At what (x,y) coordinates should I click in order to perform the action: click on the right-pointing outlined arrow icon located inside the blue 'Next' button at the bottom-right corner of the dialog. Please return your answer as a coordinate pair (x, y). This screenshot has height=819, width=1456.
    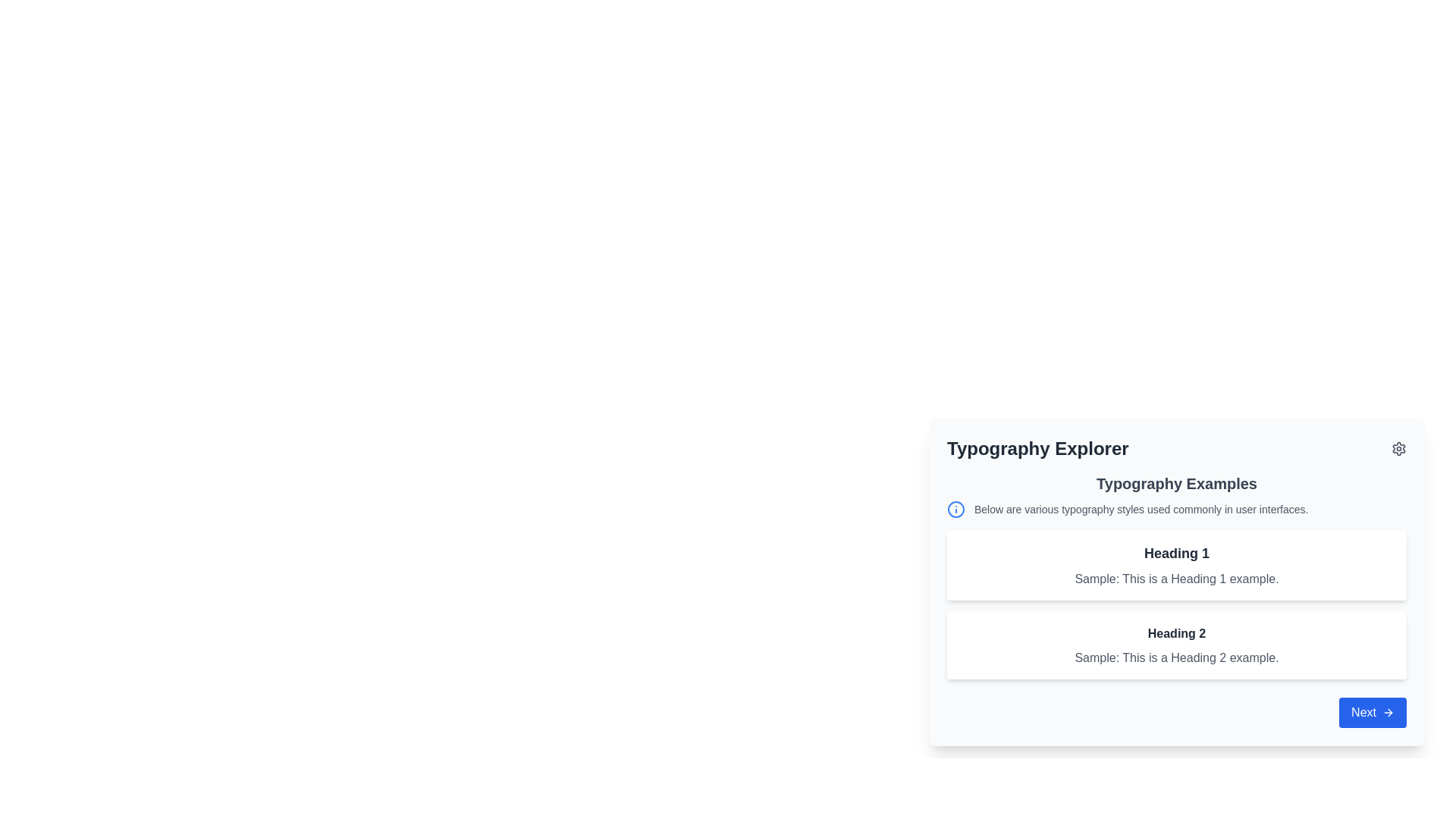
    Looking at the image, I should click on (1388, 713).